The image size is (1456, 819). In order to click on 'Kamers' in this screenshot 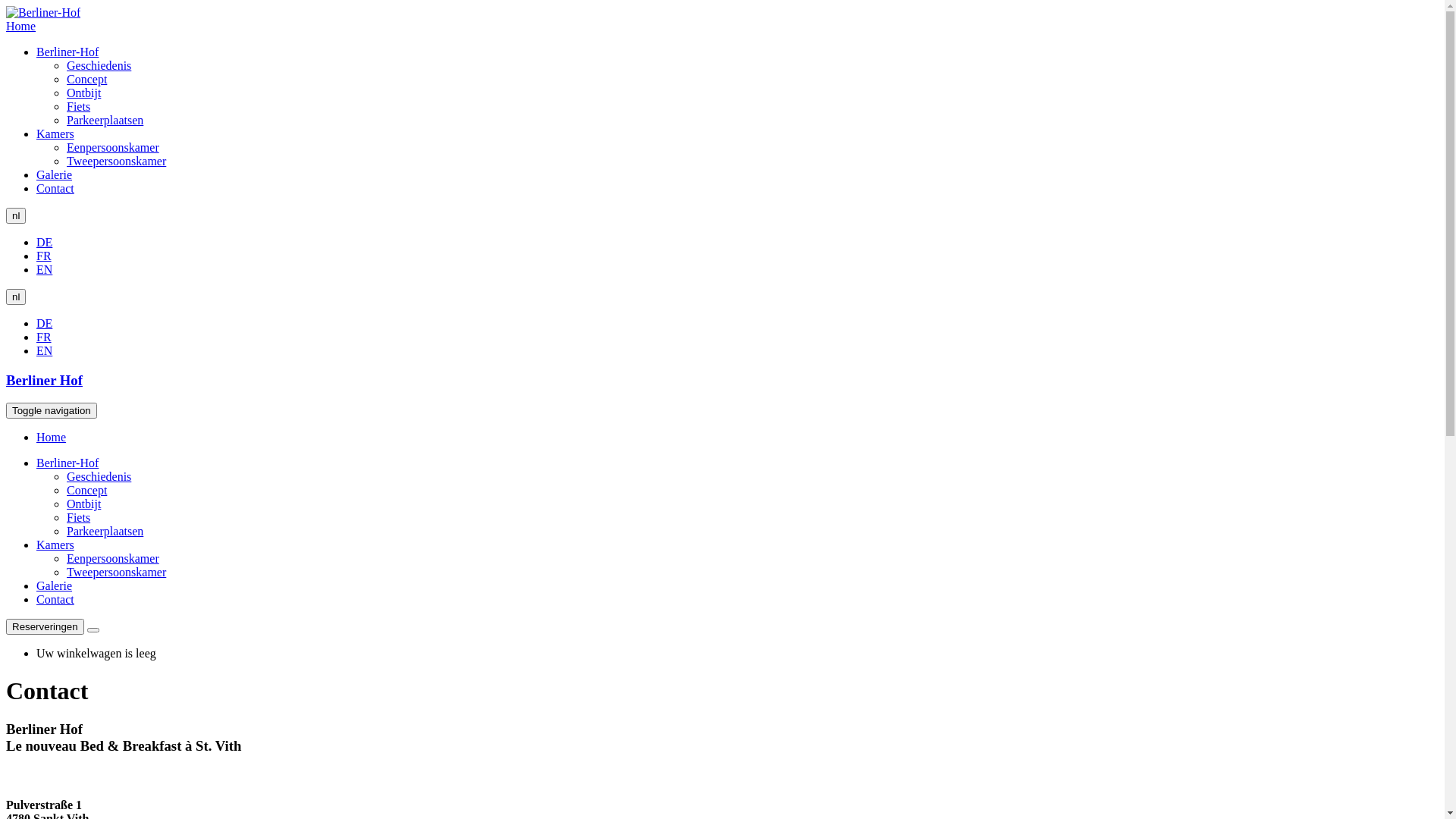, I will do `click(55, 133)`.